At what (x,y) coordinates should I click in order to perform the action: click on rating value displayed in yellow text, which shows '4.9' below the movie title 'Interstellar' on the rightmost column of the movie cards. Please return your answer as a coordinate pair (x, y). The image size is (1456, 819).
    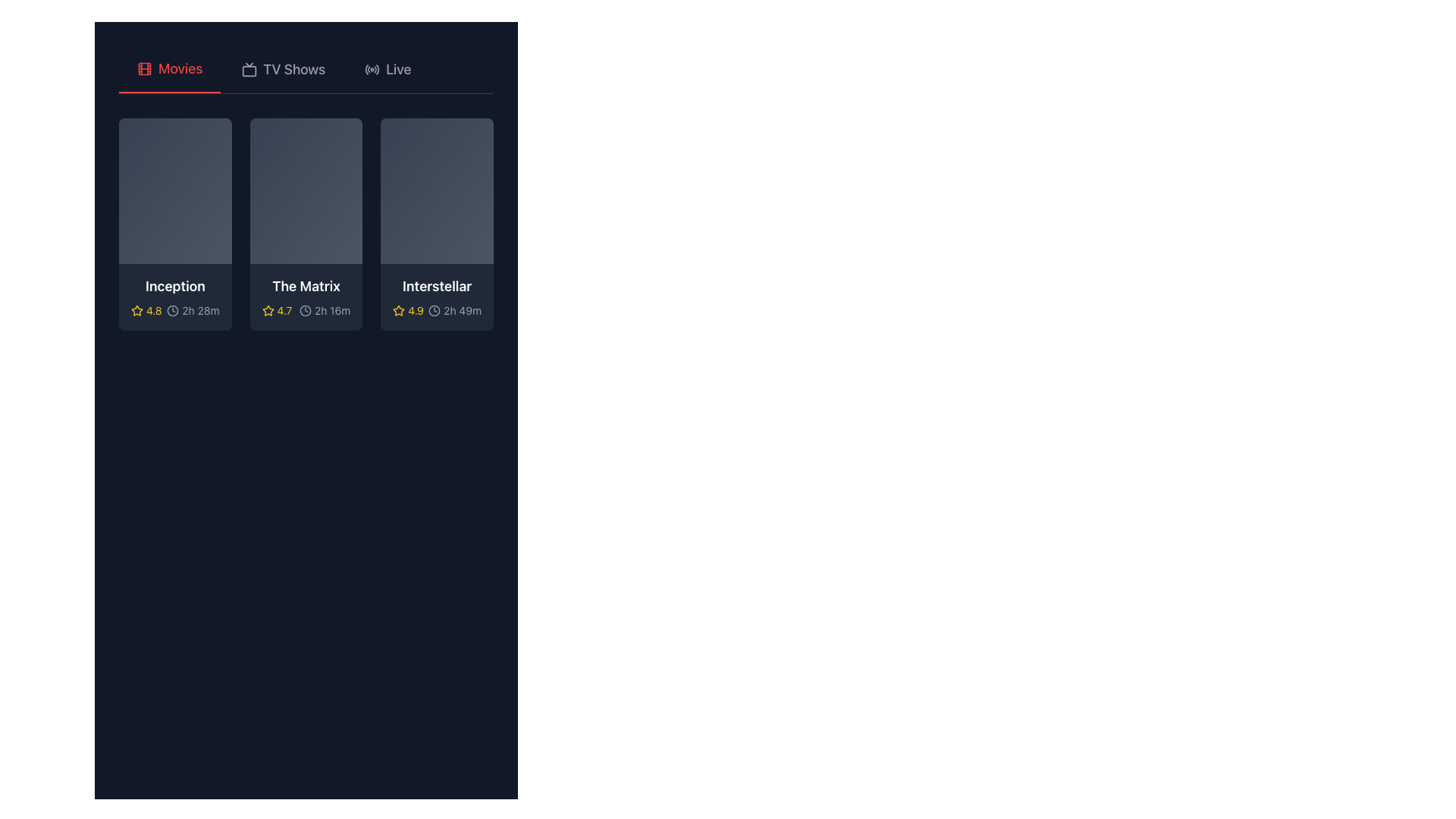
    Looking at the image, I should click on (408, 309).